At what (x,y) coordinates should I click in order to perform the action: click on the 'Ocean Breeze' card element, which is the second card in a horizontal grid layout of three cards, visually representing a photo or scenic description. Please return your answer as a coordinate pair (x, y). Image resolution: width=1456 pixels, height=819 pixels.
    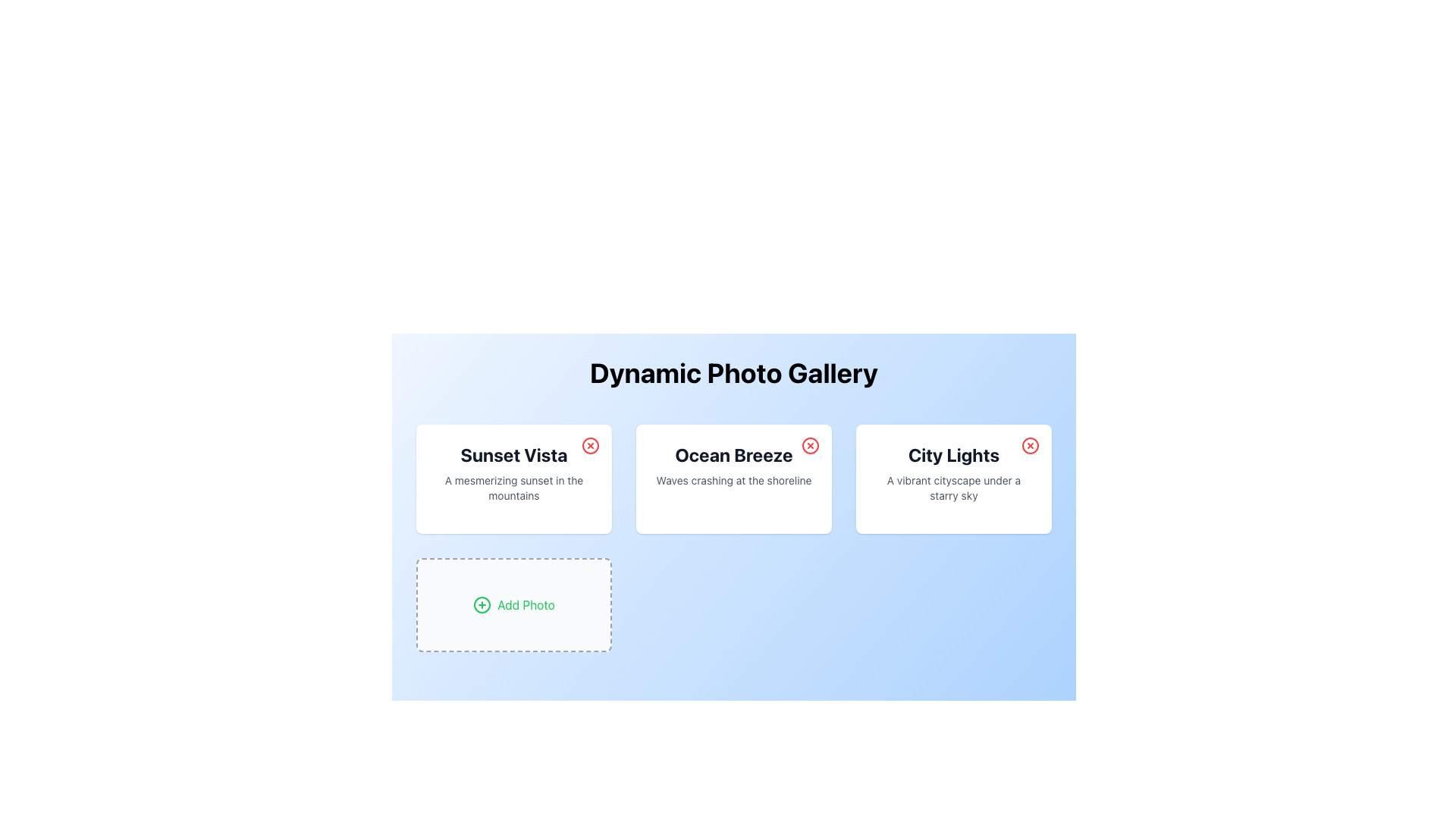
    Looking at the image, I should click on (734, 479).